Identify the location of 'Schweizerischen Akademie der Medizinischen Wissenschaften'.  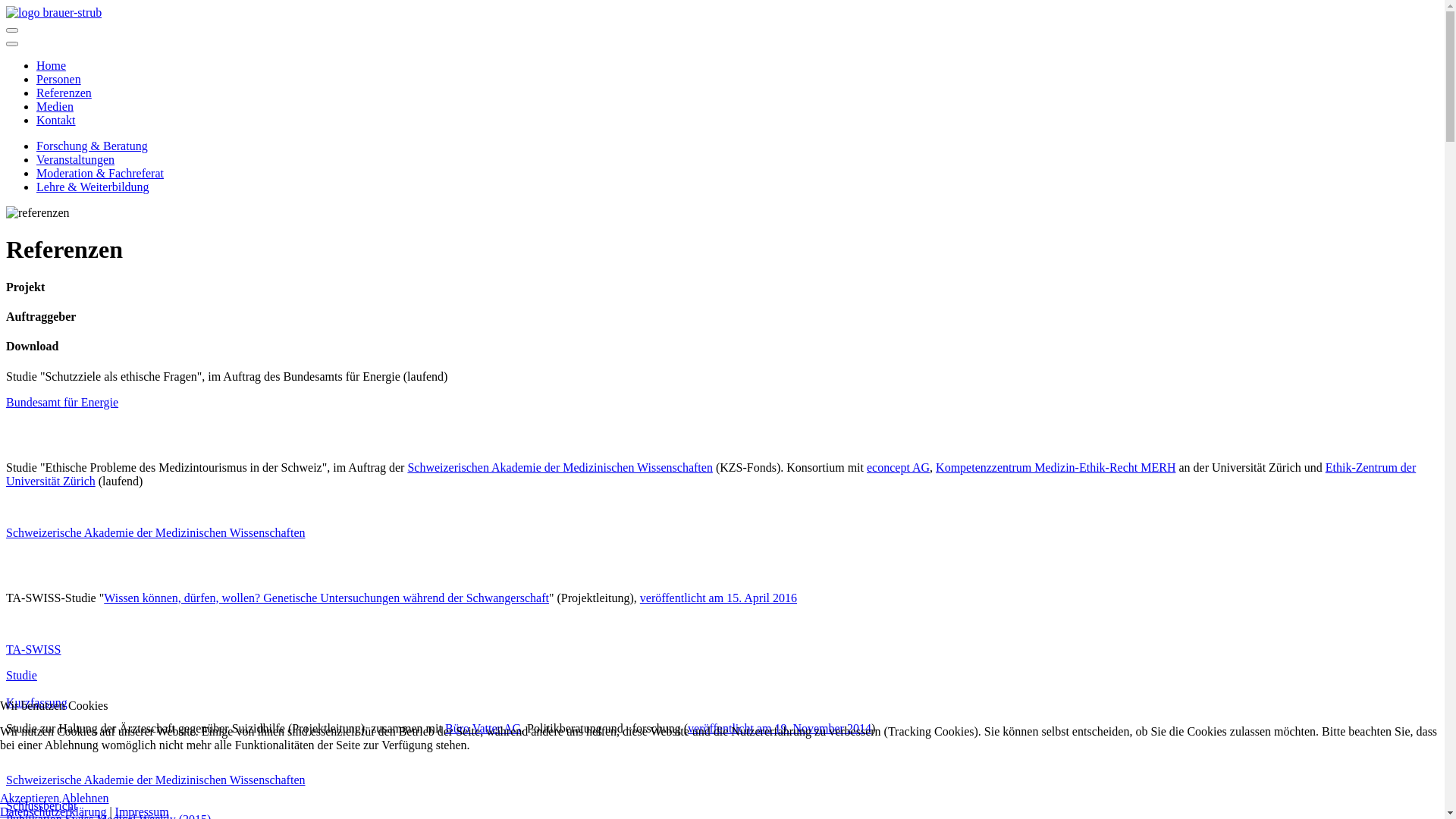
(559, 466).